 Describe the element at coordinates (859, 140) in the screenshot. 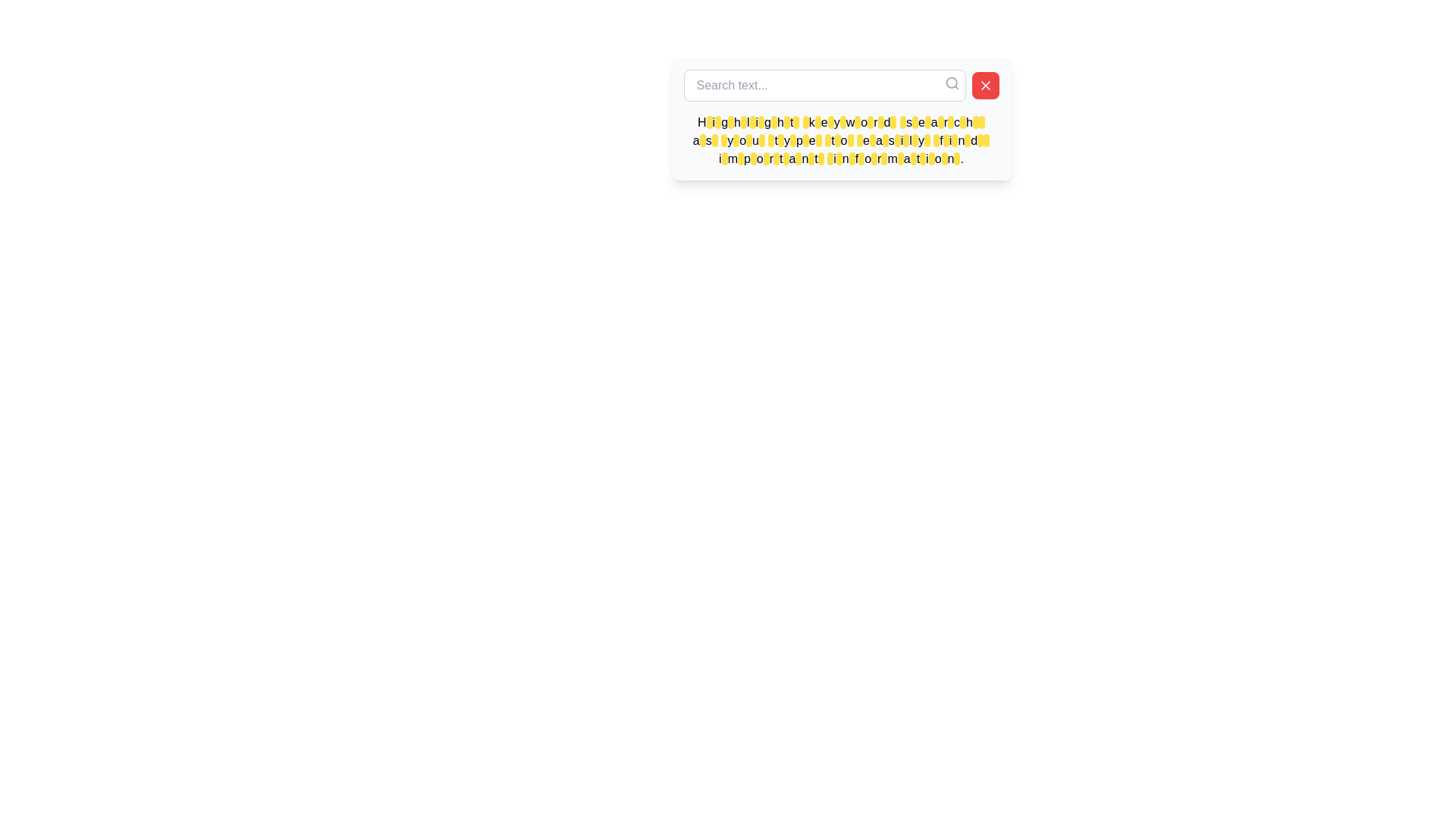

I see `the seventeenth yellow highlight overlay element that emphasizes part of the text for visual clarity` at that location.